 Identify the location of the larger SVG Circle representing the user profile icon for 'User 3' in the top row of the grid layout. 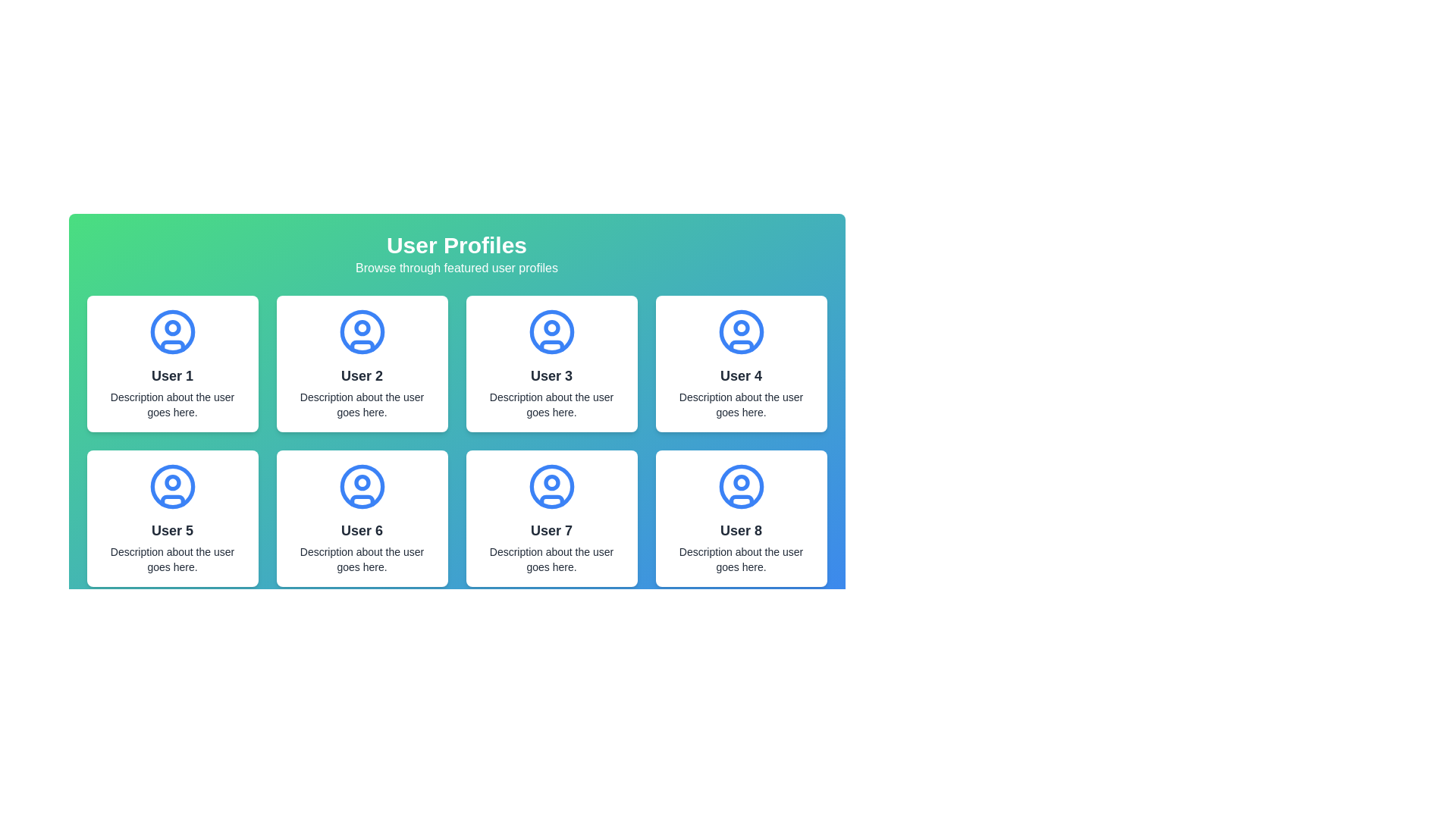
(551, 331).